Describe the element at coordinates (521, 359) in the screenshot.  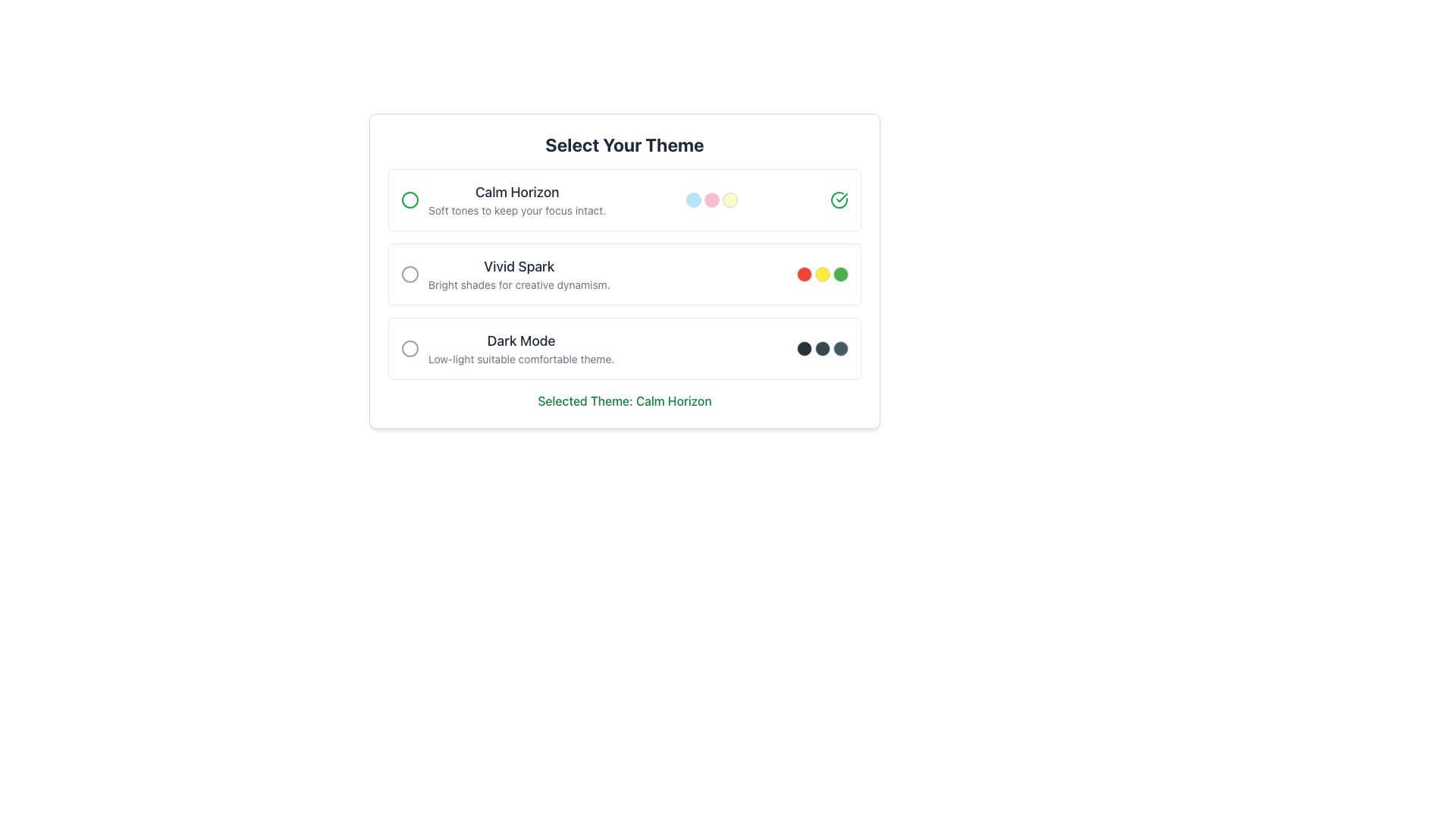
I see `the text description 'Low-light suitable comfortable theme.' located below the 'Dark Mode' label in the theme selection section` at that location.